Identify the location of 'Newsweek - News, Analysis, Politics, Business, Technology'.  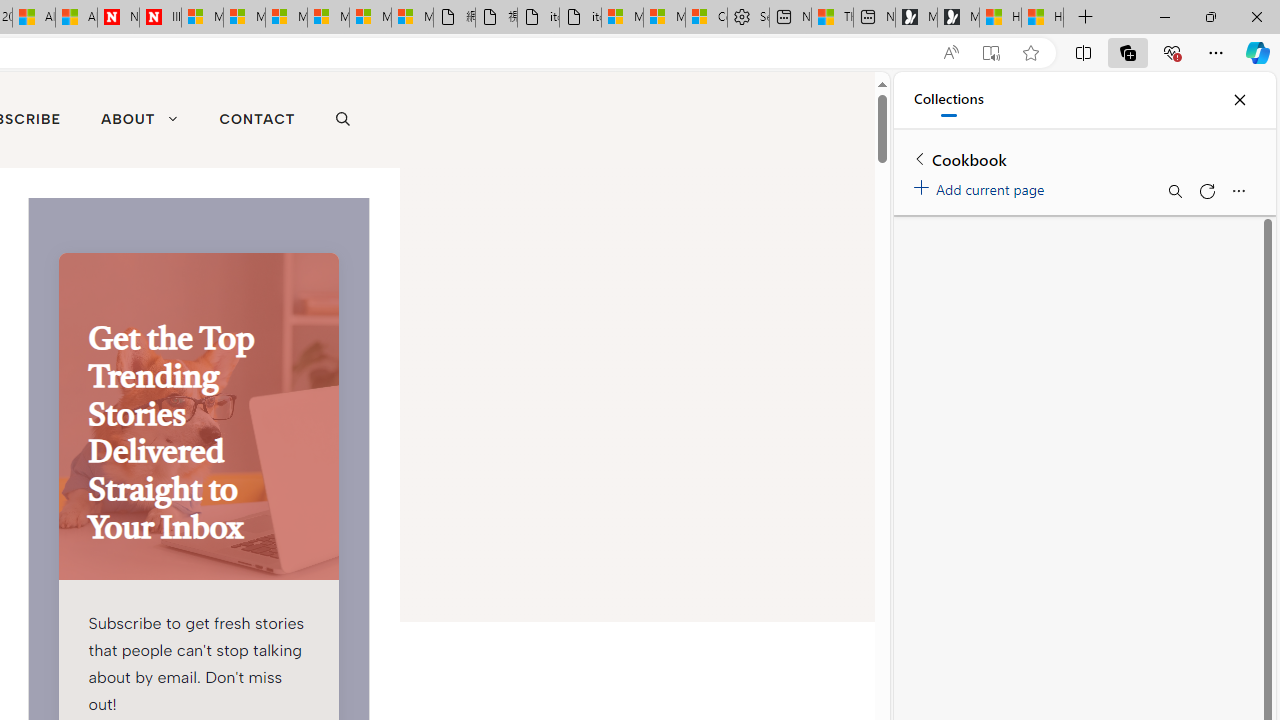
(118, 17).